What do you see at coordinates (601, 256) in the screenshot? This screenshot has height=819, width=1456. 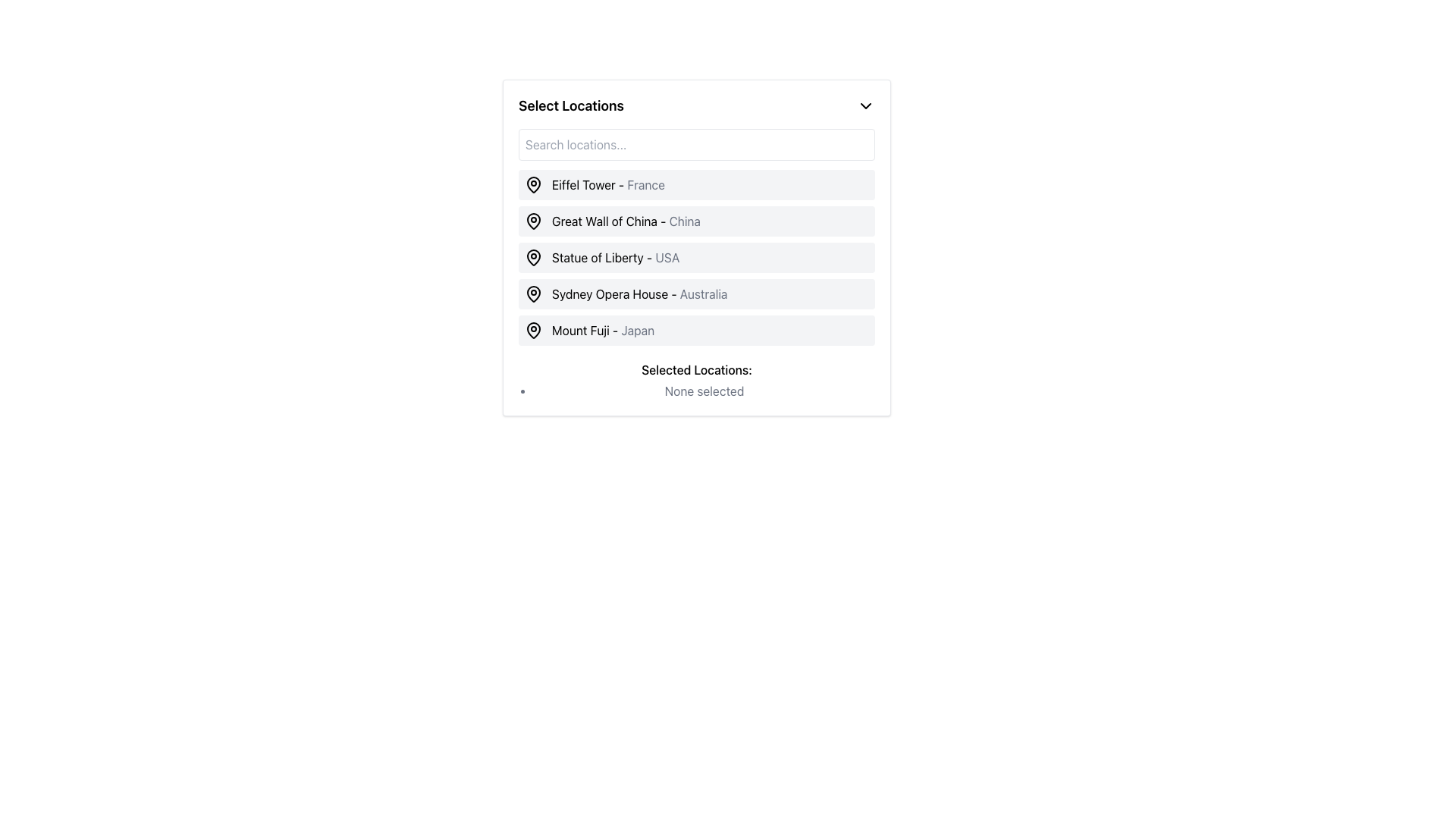 I see `the third item in the 'Select Locations' dropdown, which features a map pin icon and the text 'Statue of Liberty - USA'` at bounding box center [601, 256].